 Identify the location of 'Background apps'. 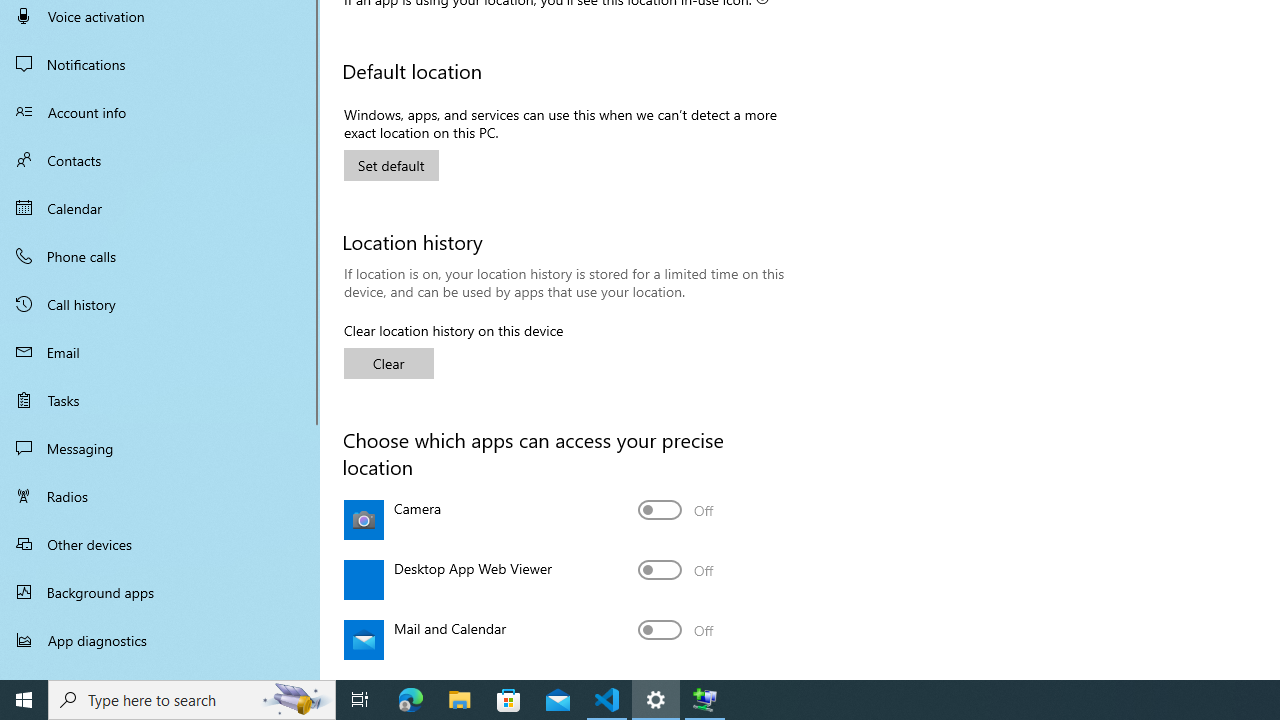
(160, 591).